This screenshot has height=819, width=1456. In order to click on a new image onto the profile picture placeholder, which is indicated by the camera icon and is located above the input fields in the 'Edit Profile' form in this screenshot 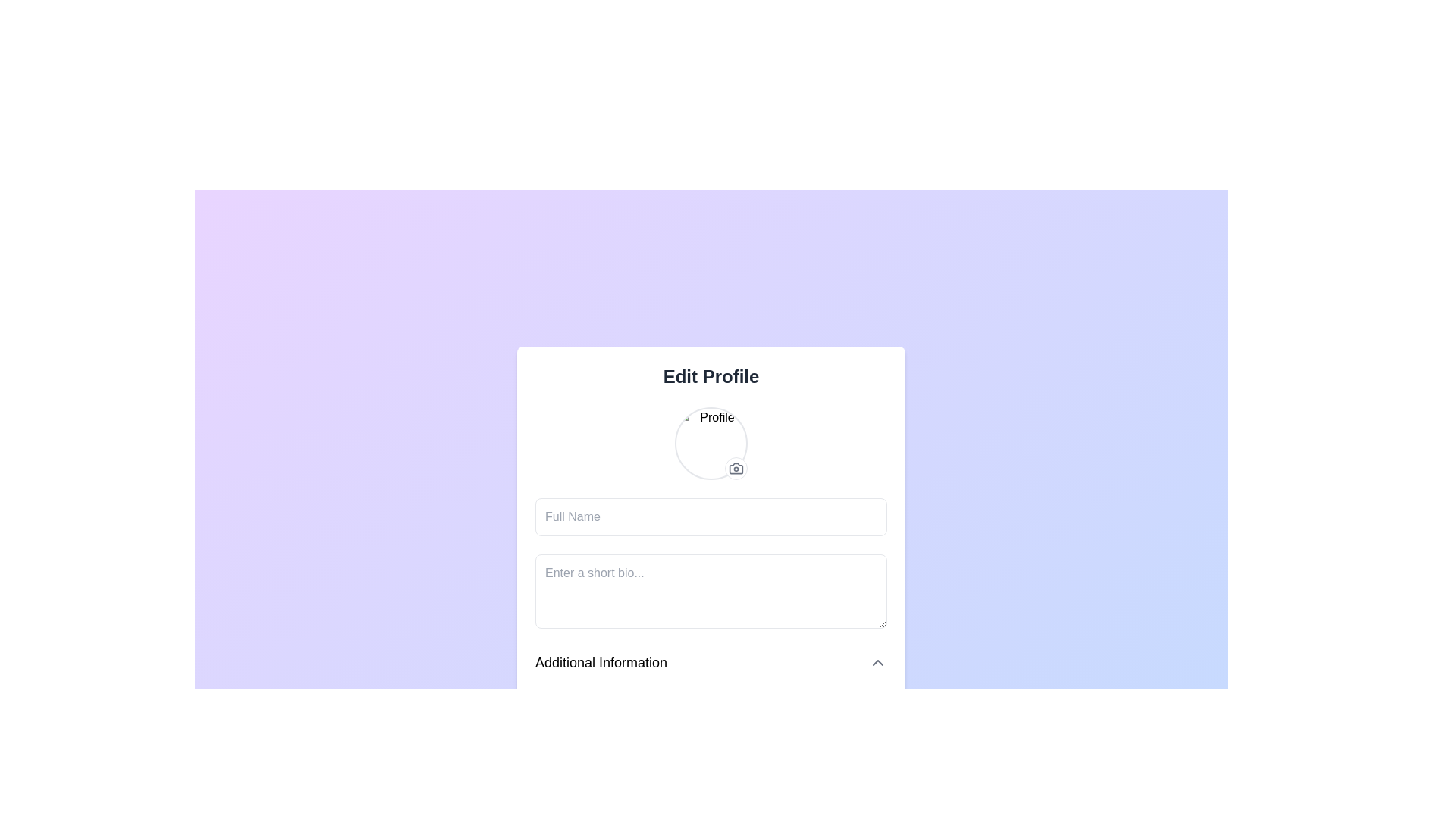, I will do `click(710, 443)`.